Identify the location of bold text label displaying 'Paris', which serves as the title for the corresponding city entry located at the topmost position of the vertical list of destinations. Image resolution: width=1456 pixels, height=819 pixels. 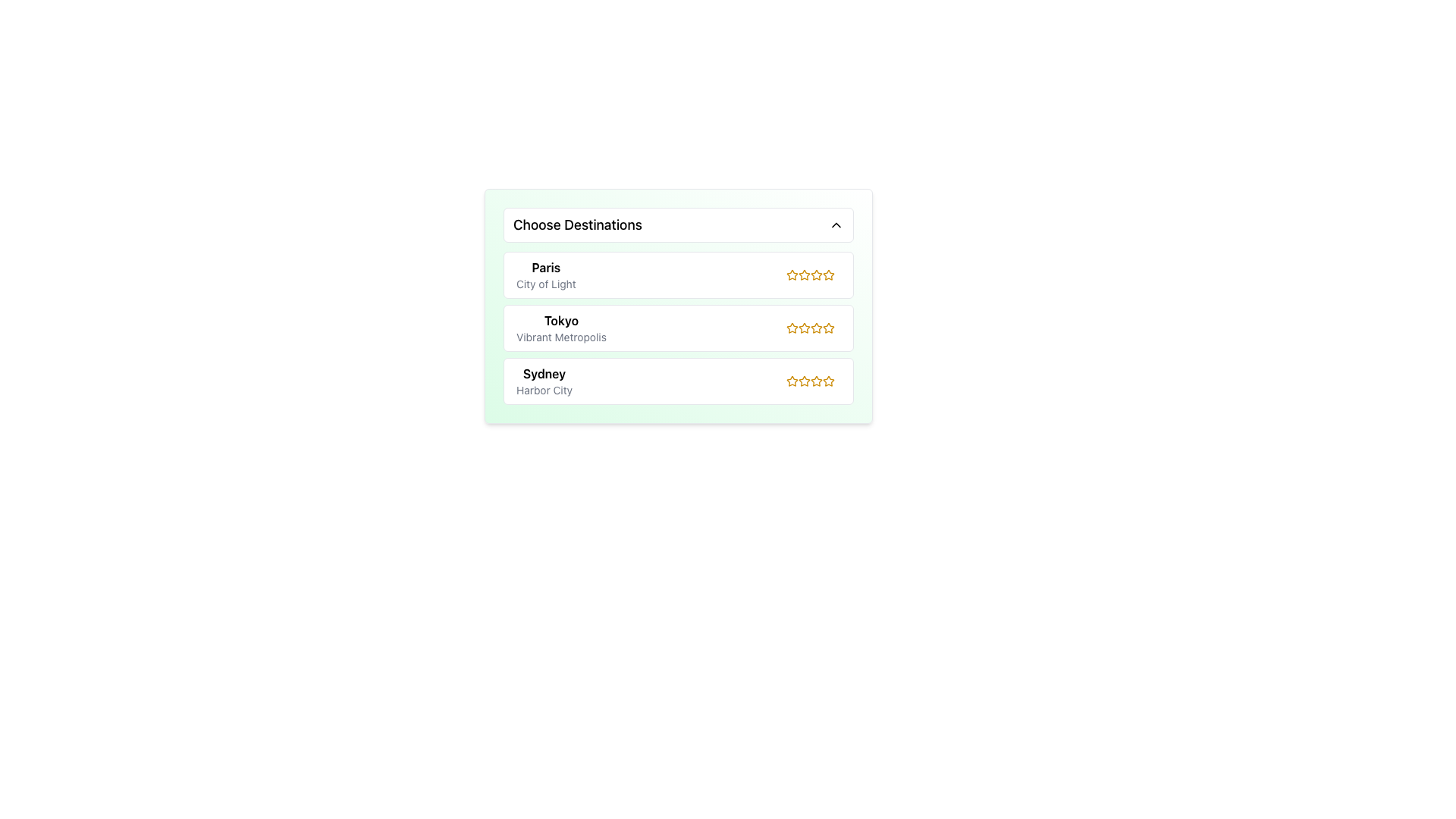
(546, 267).